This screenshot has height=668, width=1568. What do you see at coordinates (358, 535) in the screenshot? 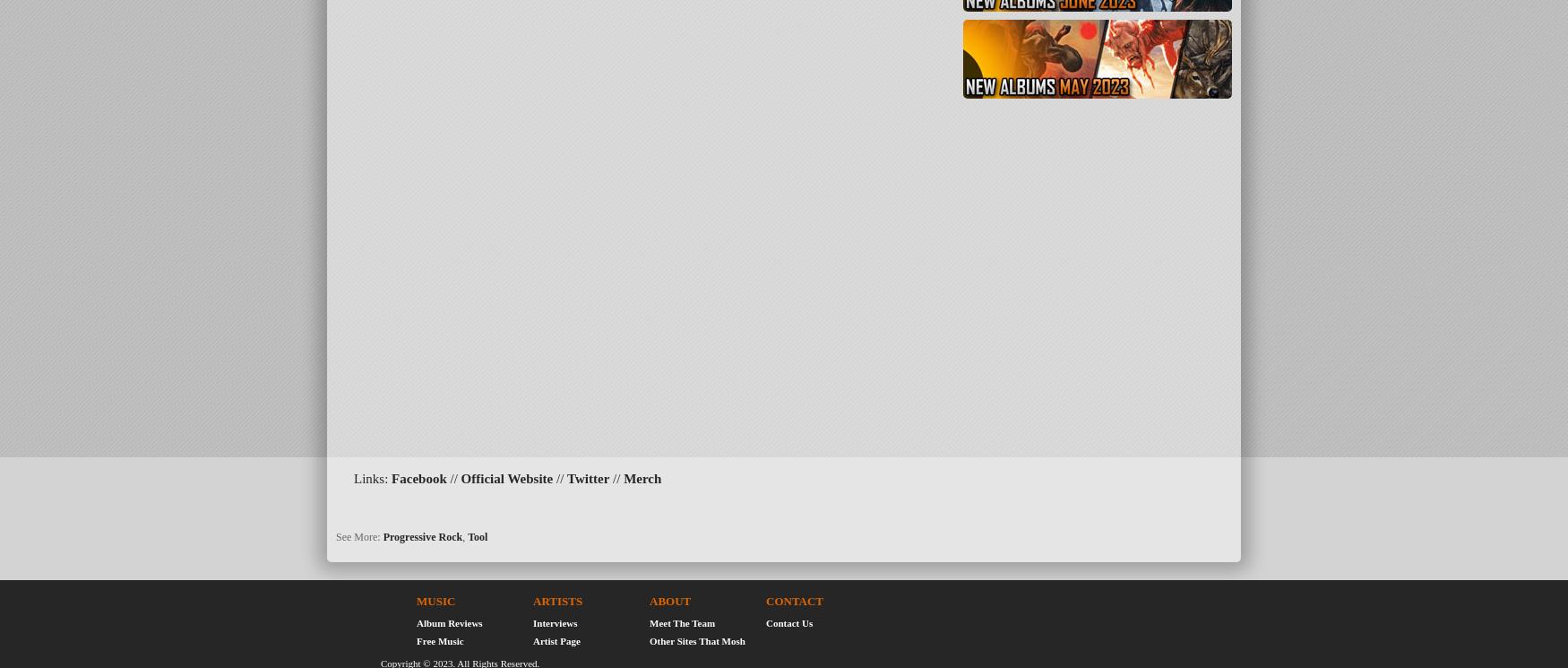
I see `'See More:'` at bounding box center [358, 535].